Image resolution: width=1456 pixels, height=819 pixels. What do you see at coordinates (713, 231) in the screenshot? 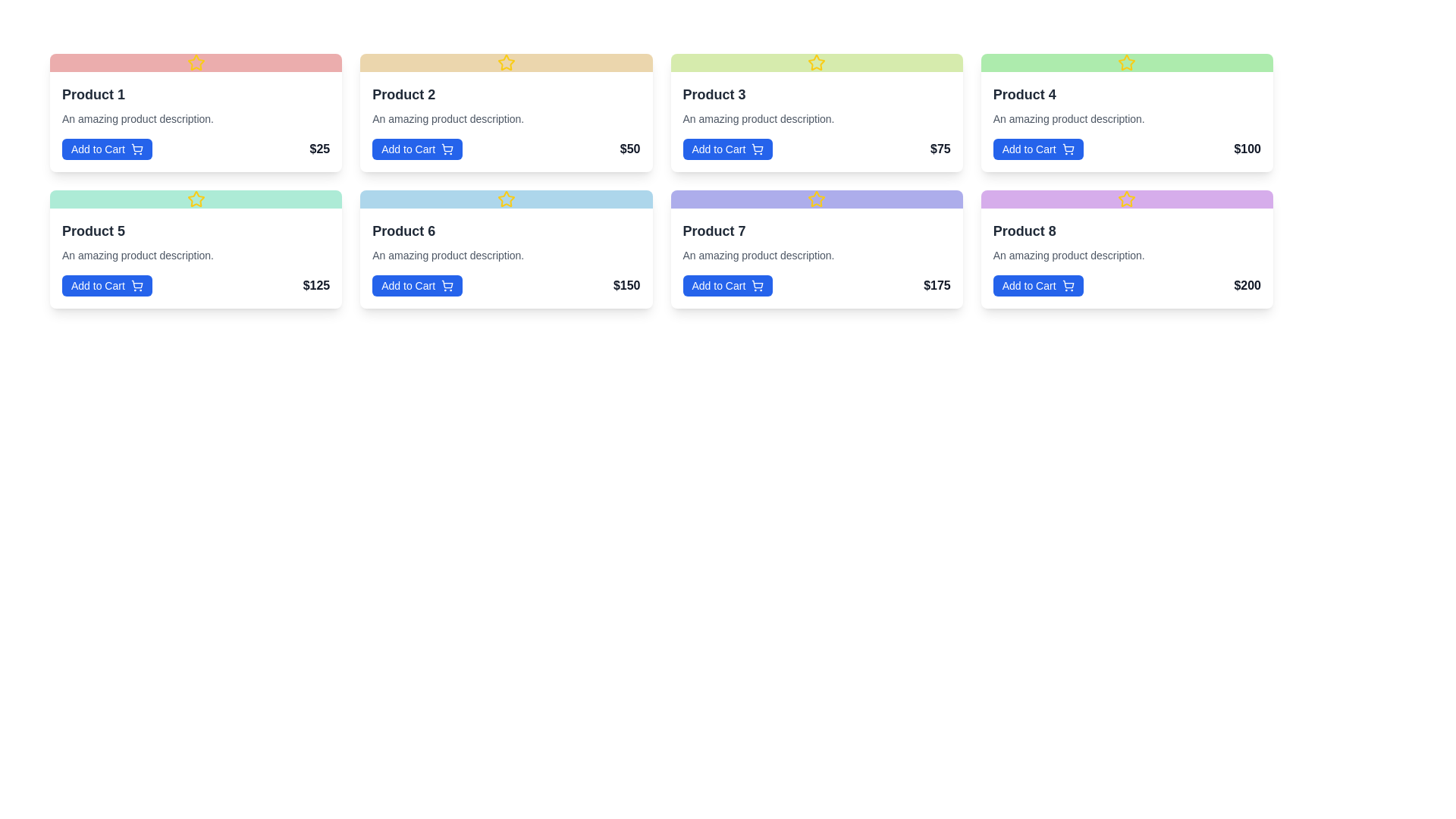
I see `the static text label displaying 'Product 7', which is styled with a bold font and dark gray color, located in the top-left area of the card for 'Product 7'` at bounding box center [713, 231].